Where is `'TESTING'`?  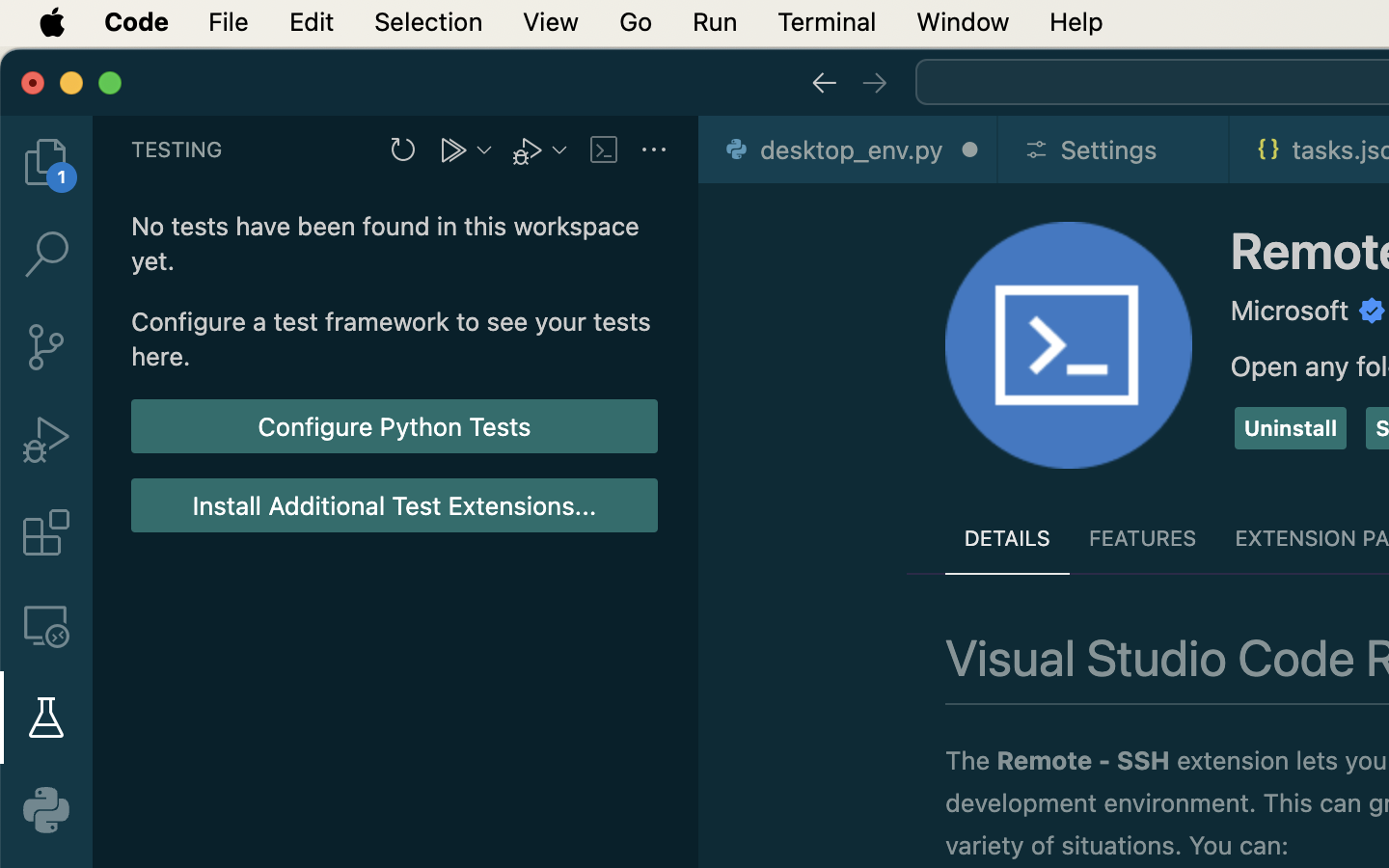 'TESTING' is located at coordinates (177, 149).